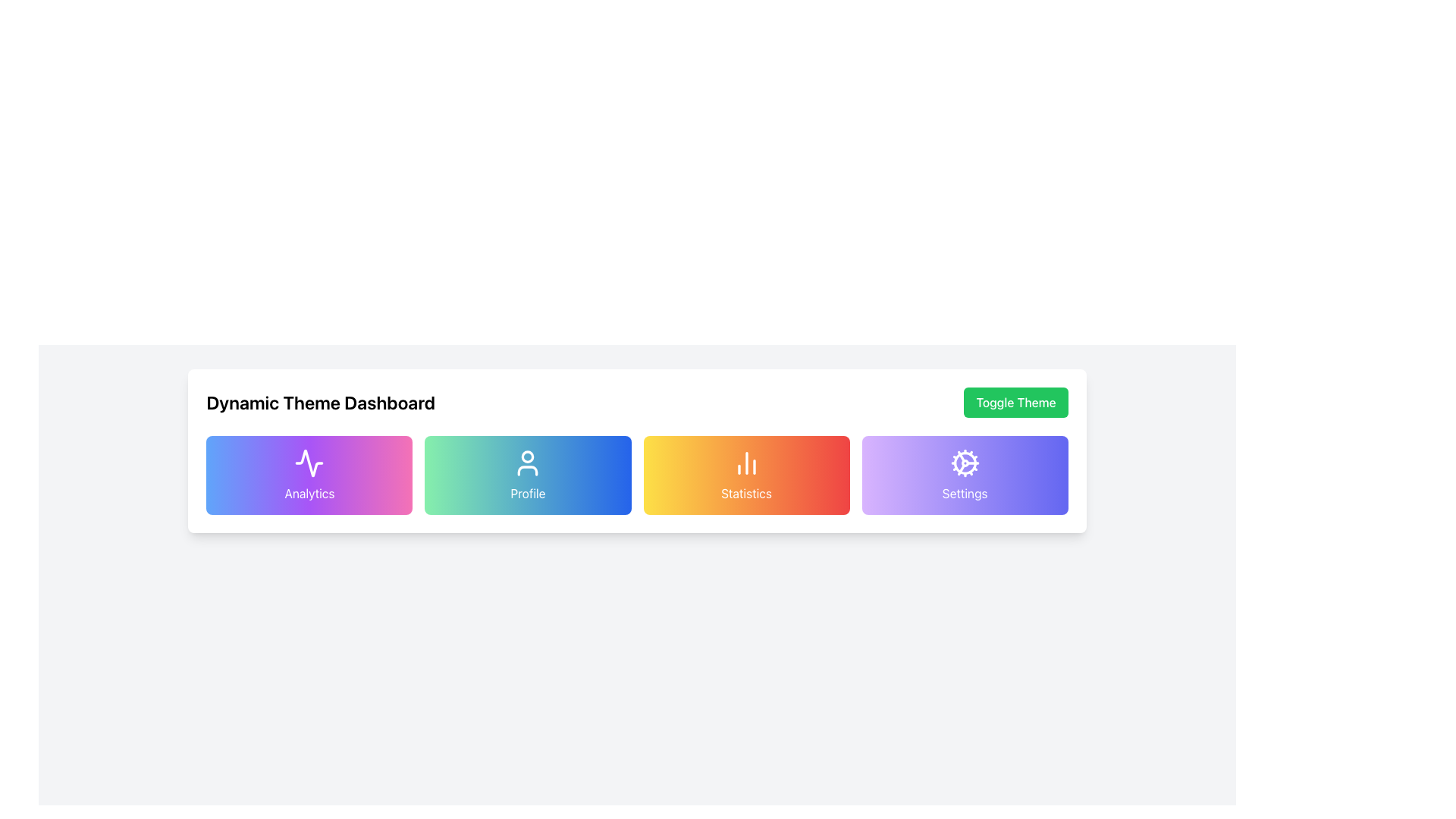  What do you see at coordinates (964, 462) in the screenshot?
I see `the cogwheel icon with a white color and gear teeth details, located on the 'Settings' card in the rightmost position` at bounding box center [964, 462].